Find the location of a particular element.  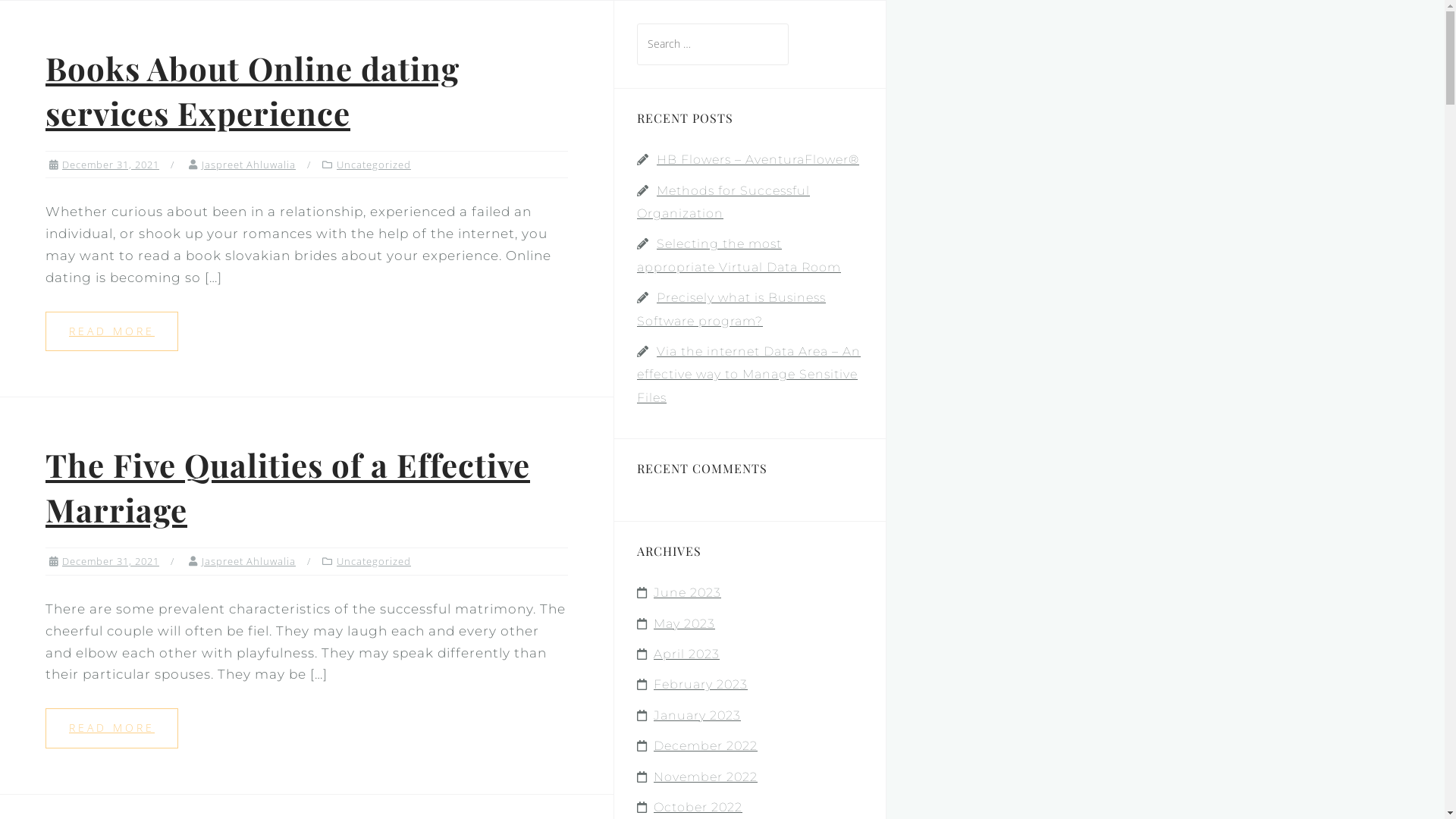

'Books About Online dating services Experience' is located at coordinates (252, 90).